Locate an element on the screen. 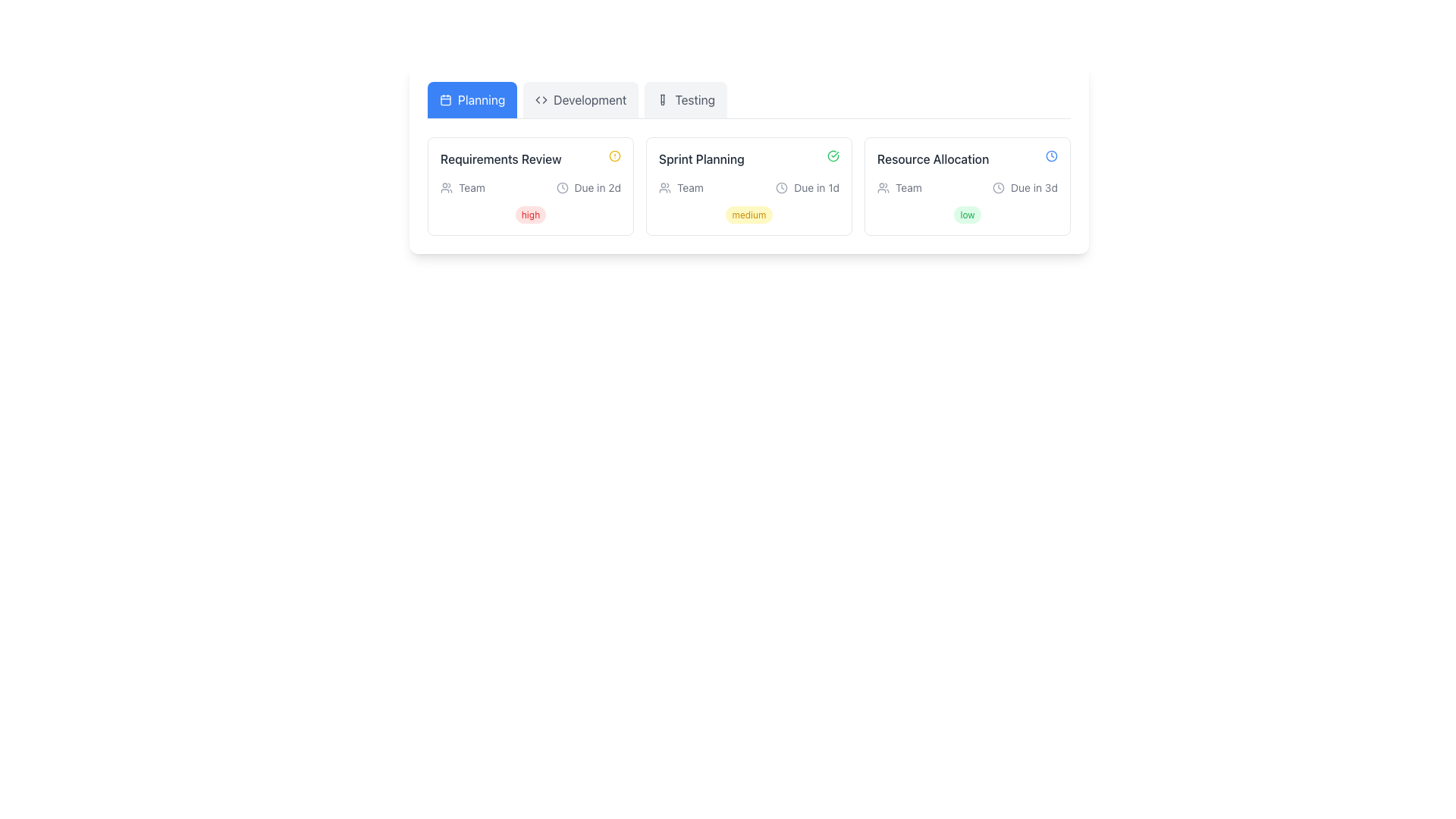  the rounded rectangular badge with a yellow background displaying the word 'medium', located in the 'Sprint Planning' column is located at coordinates (749, 215).